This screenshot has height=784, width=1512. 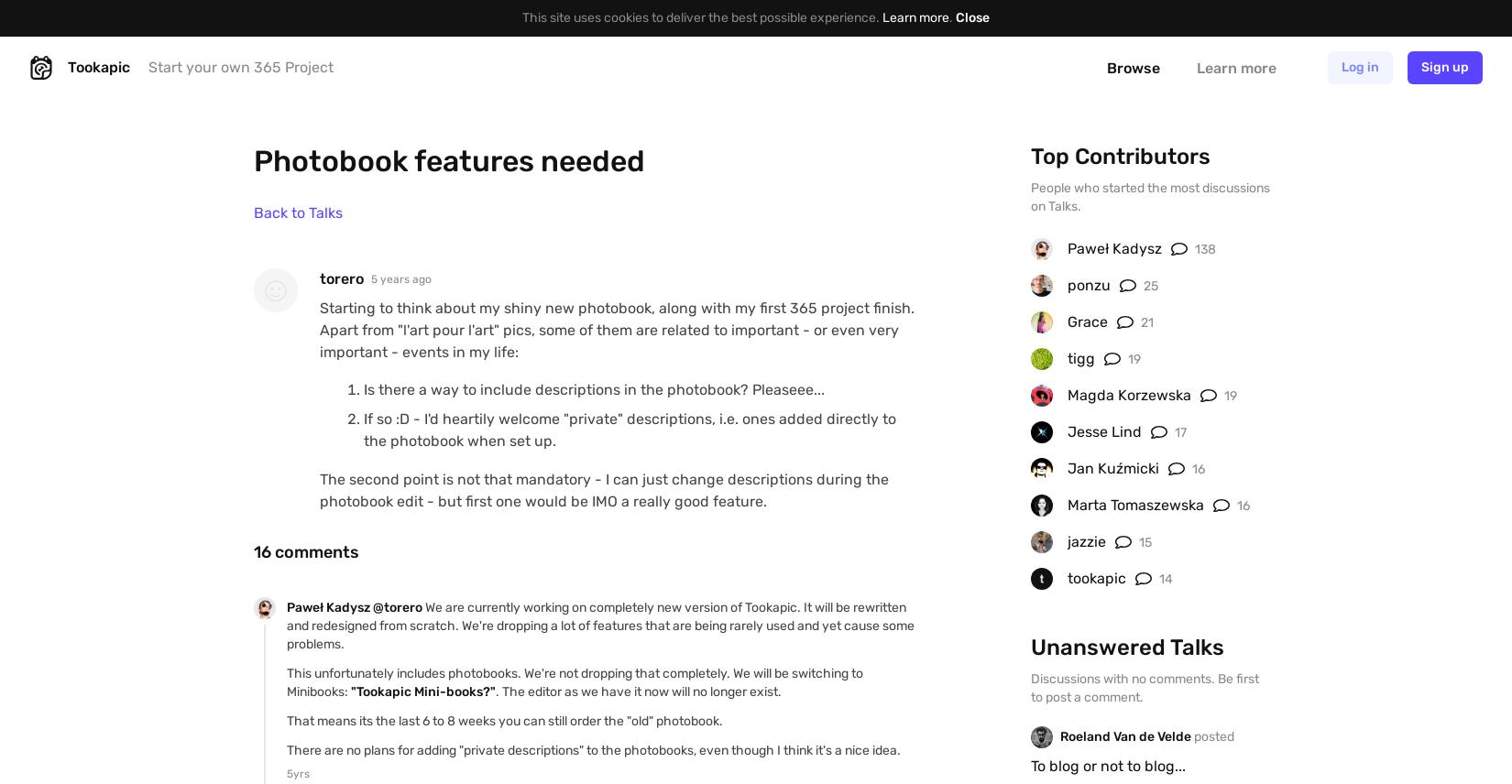 What do you see at coordinates (1108, 764) in the screenshot?
I see `'To blog or not to blog...'` at bounding box center [1108, 764].